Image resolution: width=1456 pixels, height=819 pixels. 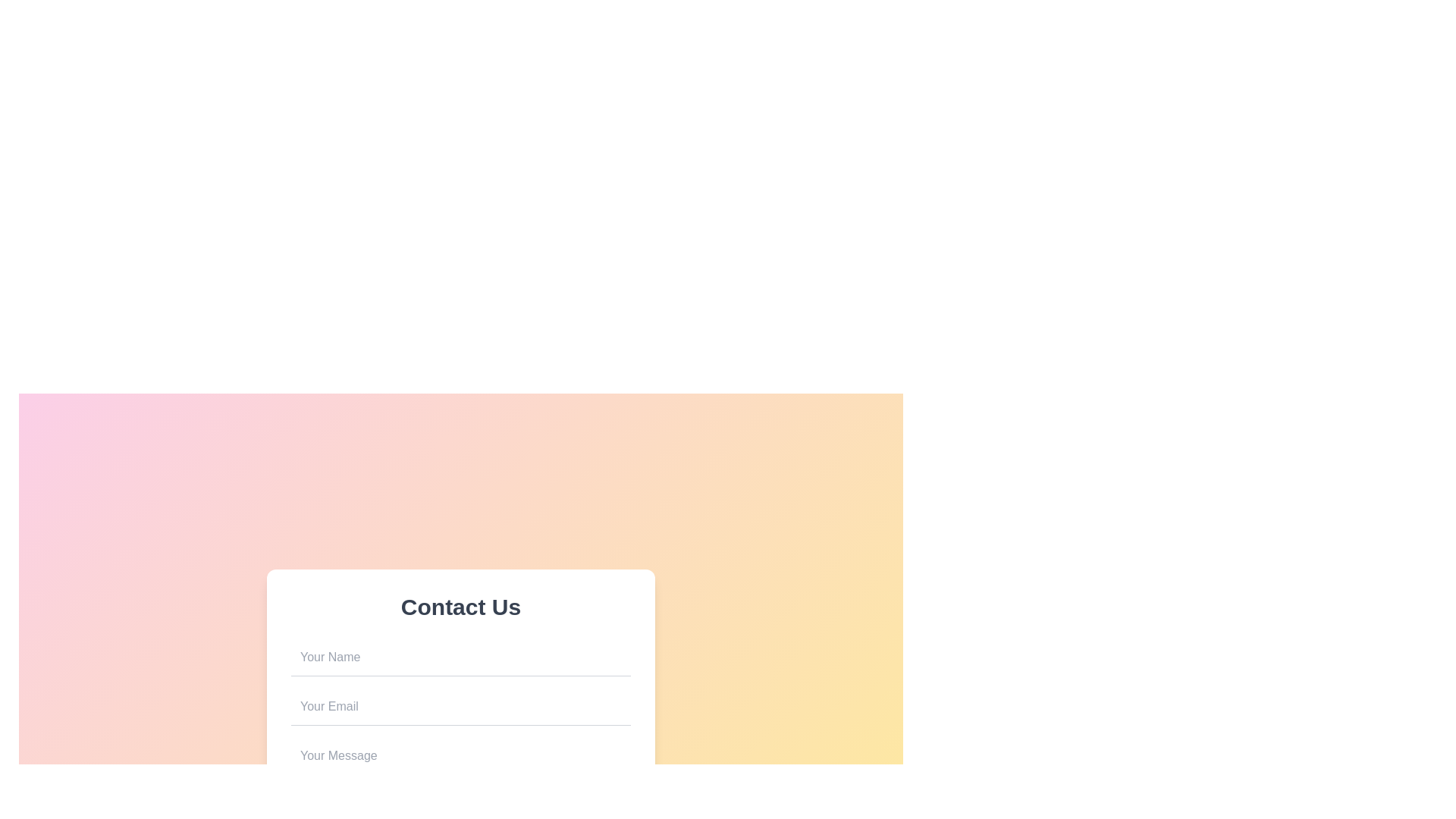 I want to click on to select text within the text input field labeled 'Your Name', which is styled with light gray borders and located at the top of the form section, so click(x=460, y=657).